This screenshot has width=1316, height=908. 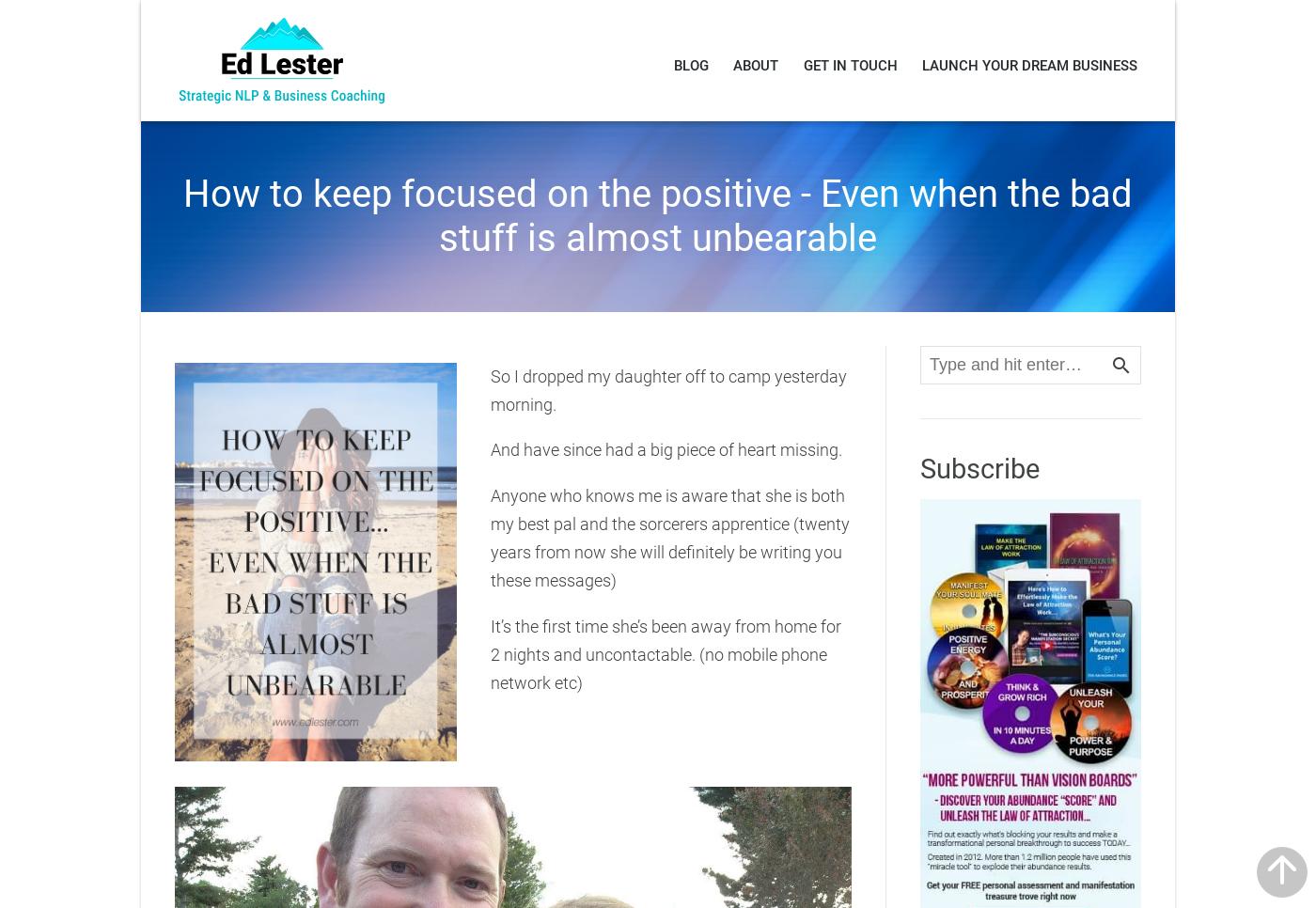 I want to click on 'So I dropped my daughter off to camp yesterday morning.', so click(x=668, y=389).